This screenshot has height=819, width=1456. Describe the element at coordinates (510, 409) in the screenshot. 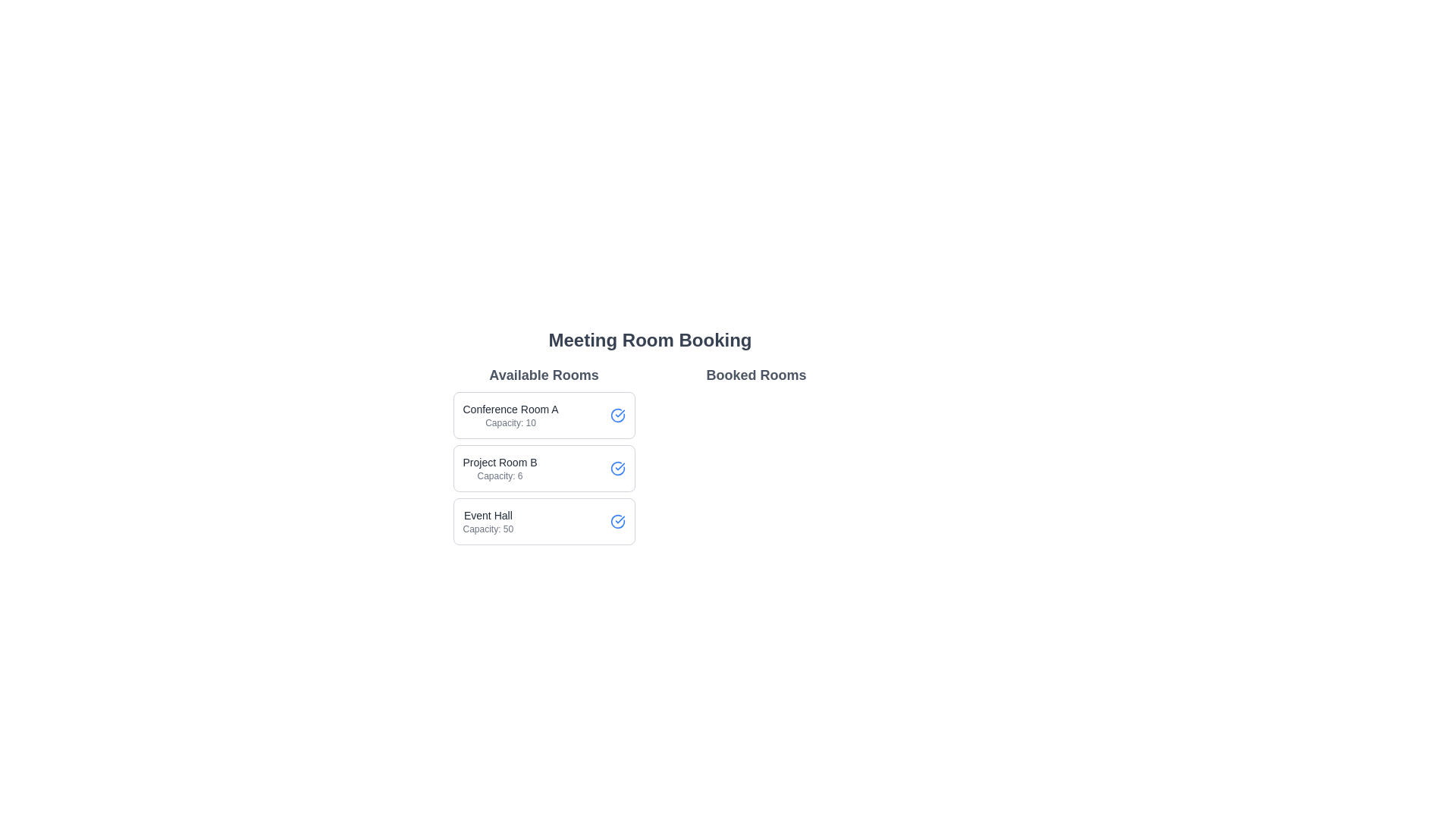

I see `text 'Conference Room A' which is displayed in medium-weight gray font above the text indicating the room's capacity` at that location.